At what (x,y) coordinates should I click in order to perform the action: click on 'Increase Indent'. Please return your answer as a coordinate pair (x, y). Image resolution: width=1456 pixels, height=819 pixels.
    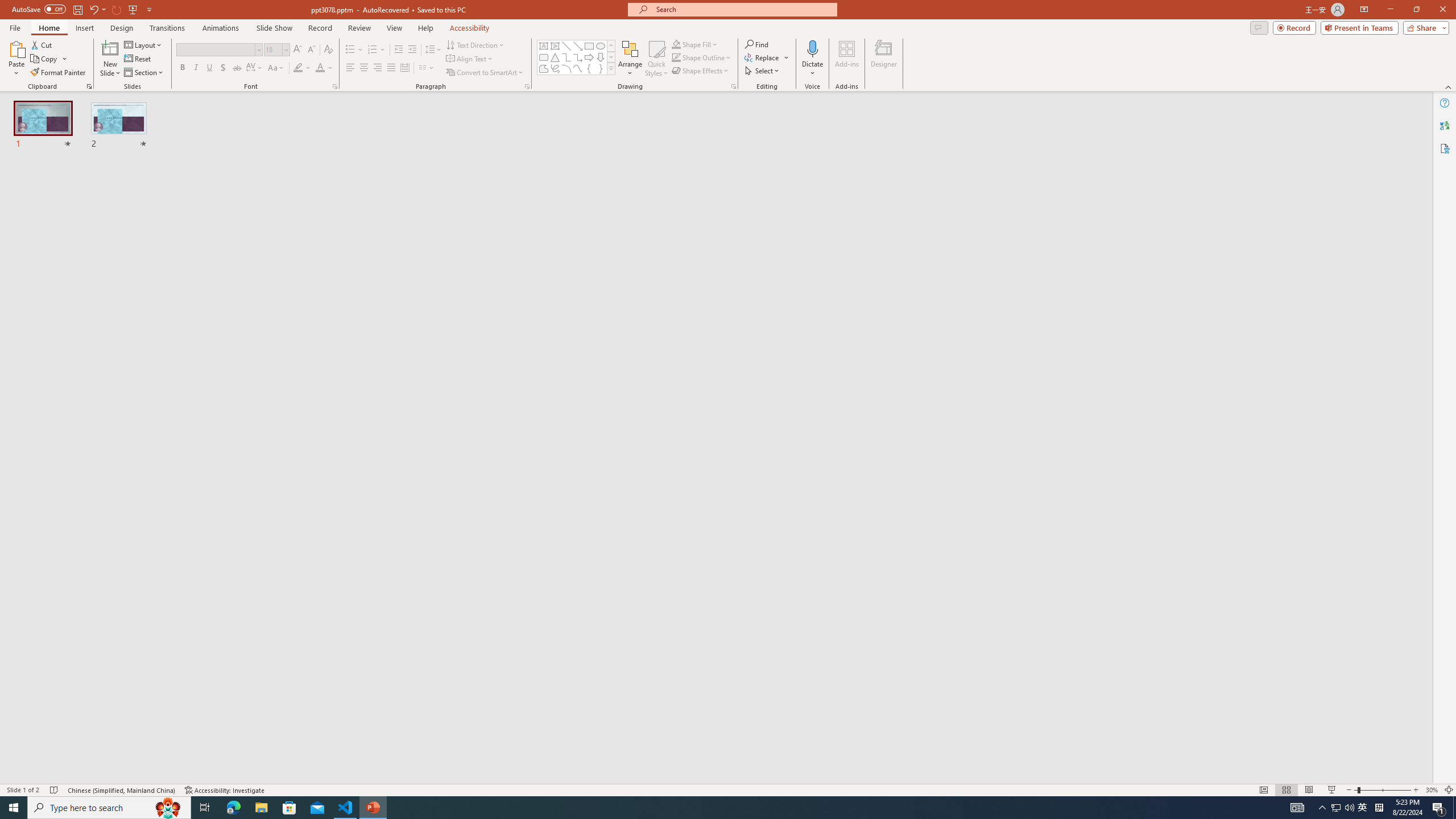
    Looking at the image, I should click on (412, 49).